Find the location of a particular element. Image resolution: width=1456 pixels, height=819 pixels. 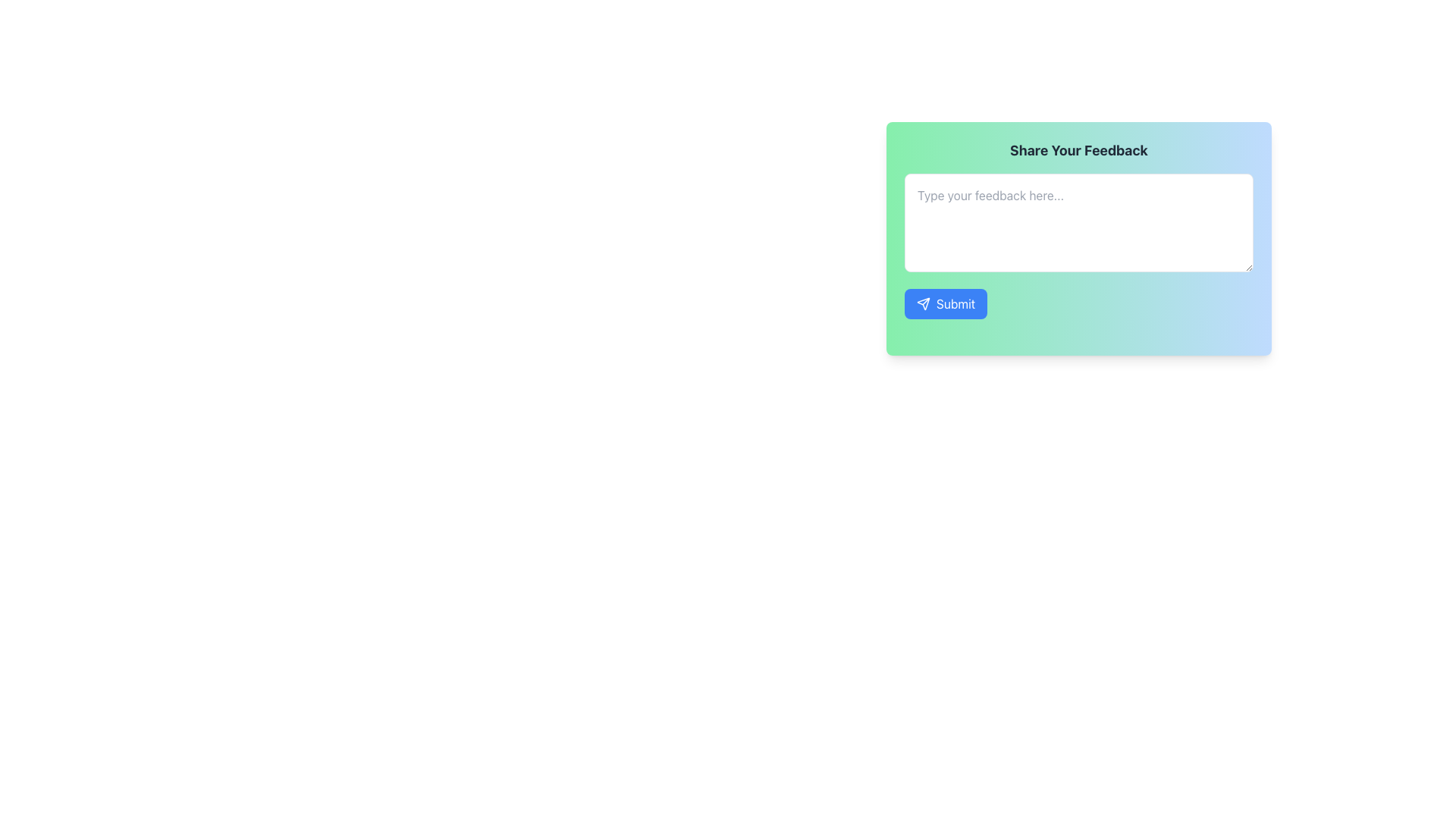

the sending icon within the blue 'Submit' button located at the bottom-left corner of the feedback submission form is located at coordinates (923, 304).